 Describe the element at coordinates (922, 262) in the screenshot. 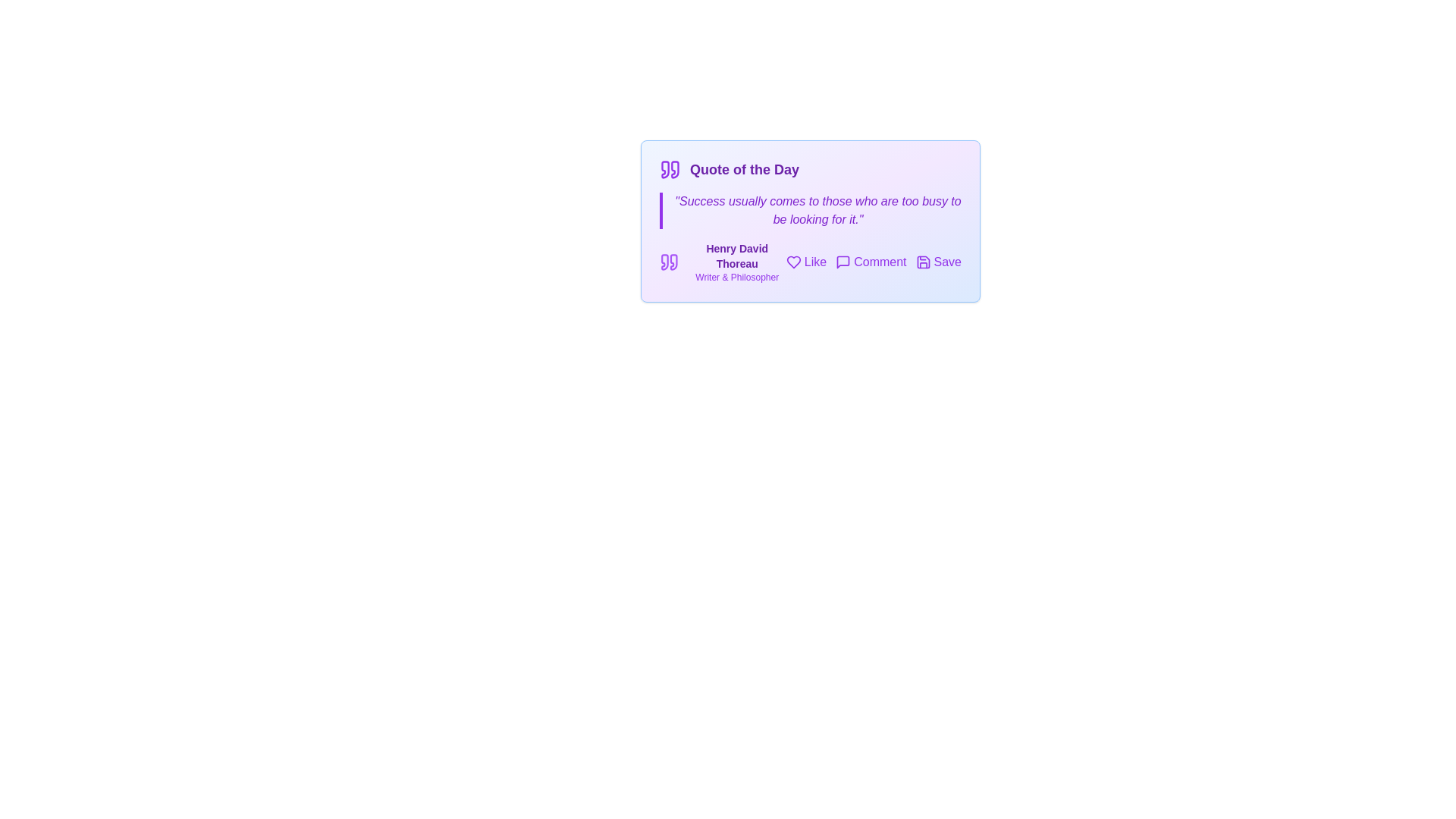

I see `the floppy disk icon button associated with the 'Save' function` at that location.